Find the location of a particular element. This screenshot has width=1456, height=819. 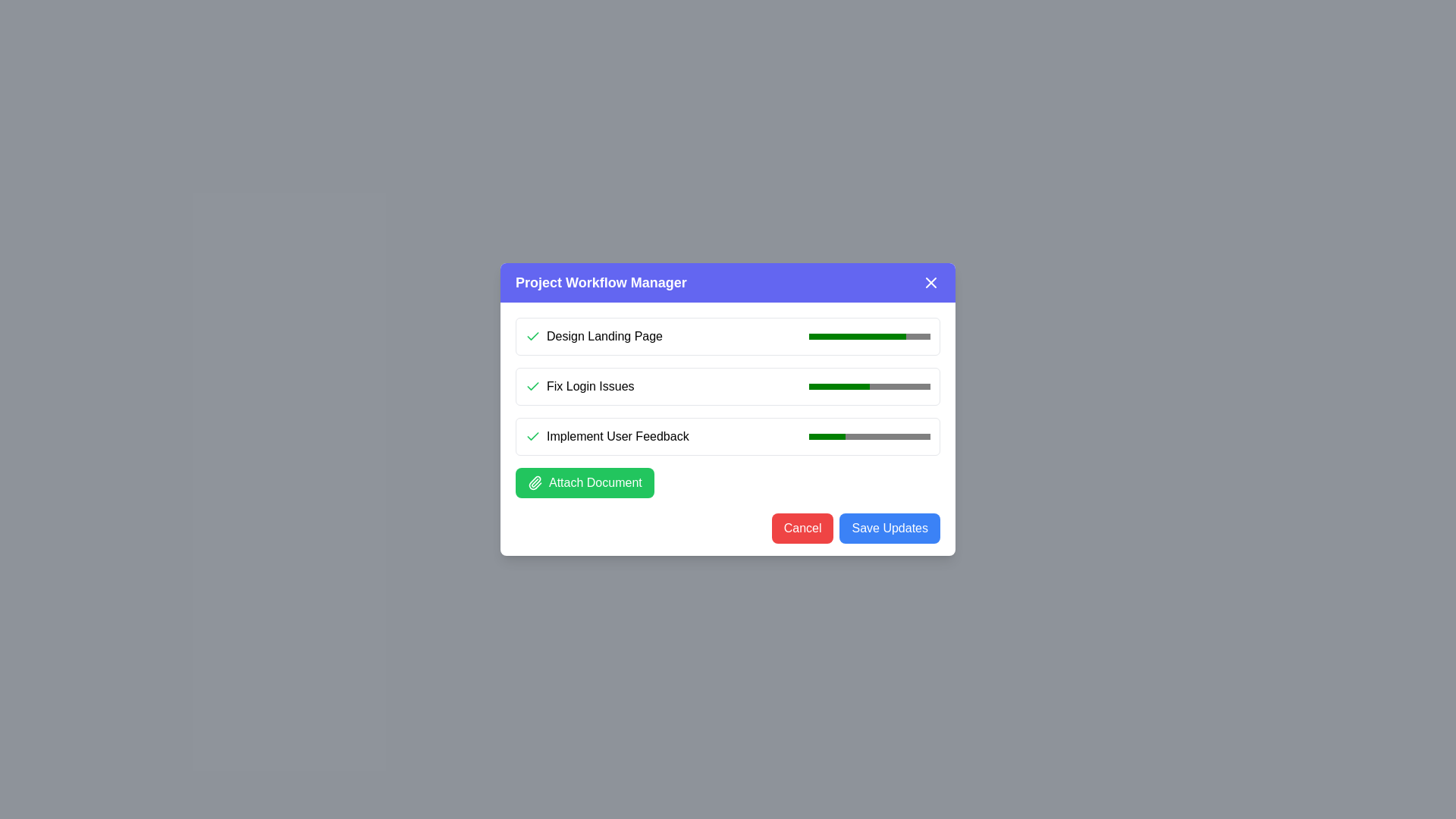

the text label displaying 'Implement User Feedback', which is the third item in a vertical list of tasks, located to the right of a green checkmark icon and to the left of a progress bar is located at coordinates (617, 436).